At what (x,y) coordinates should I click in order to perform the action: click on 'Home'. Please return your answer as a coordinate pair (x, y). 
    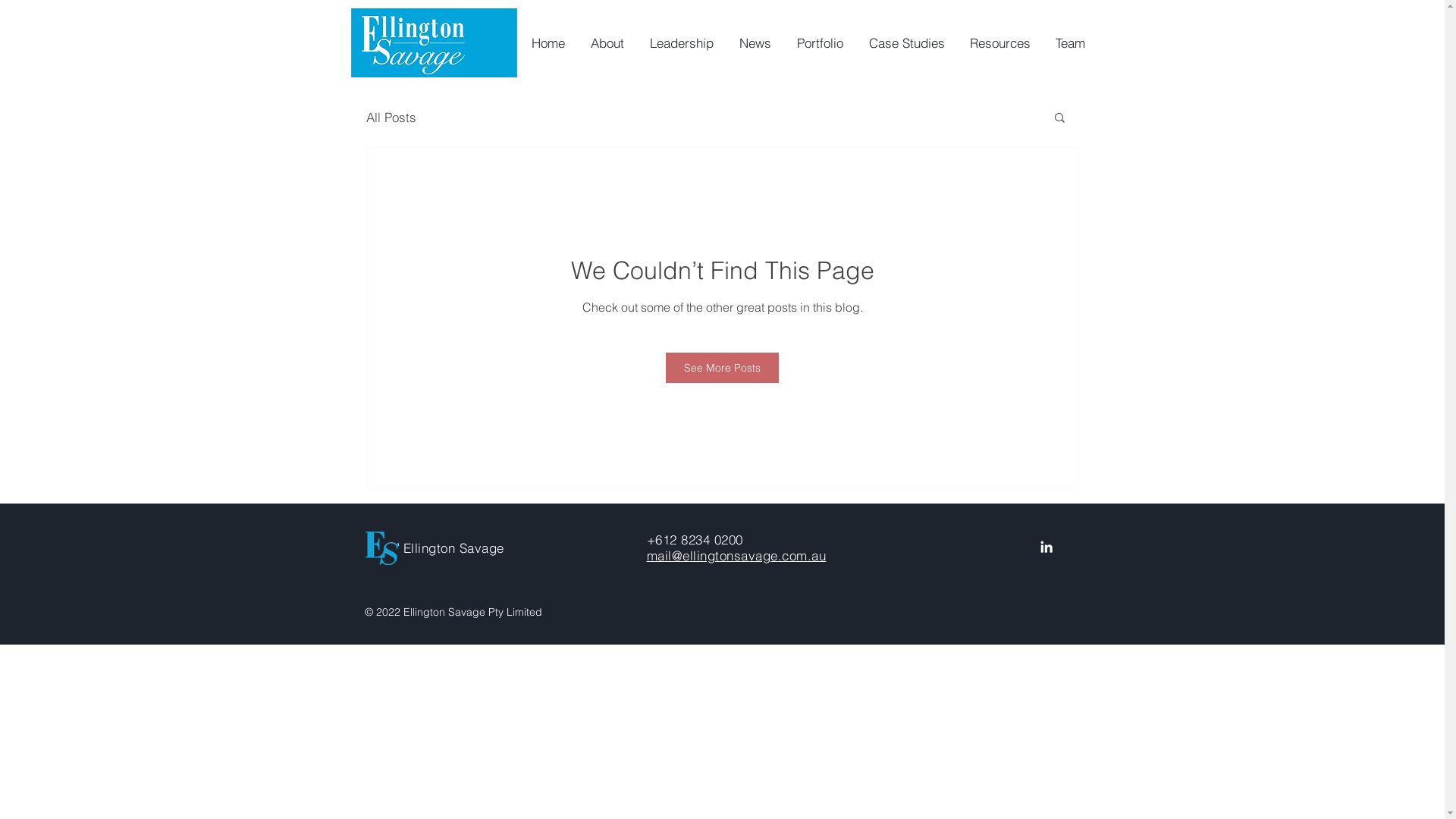
    Looking at the image, I should click on (546, 42).